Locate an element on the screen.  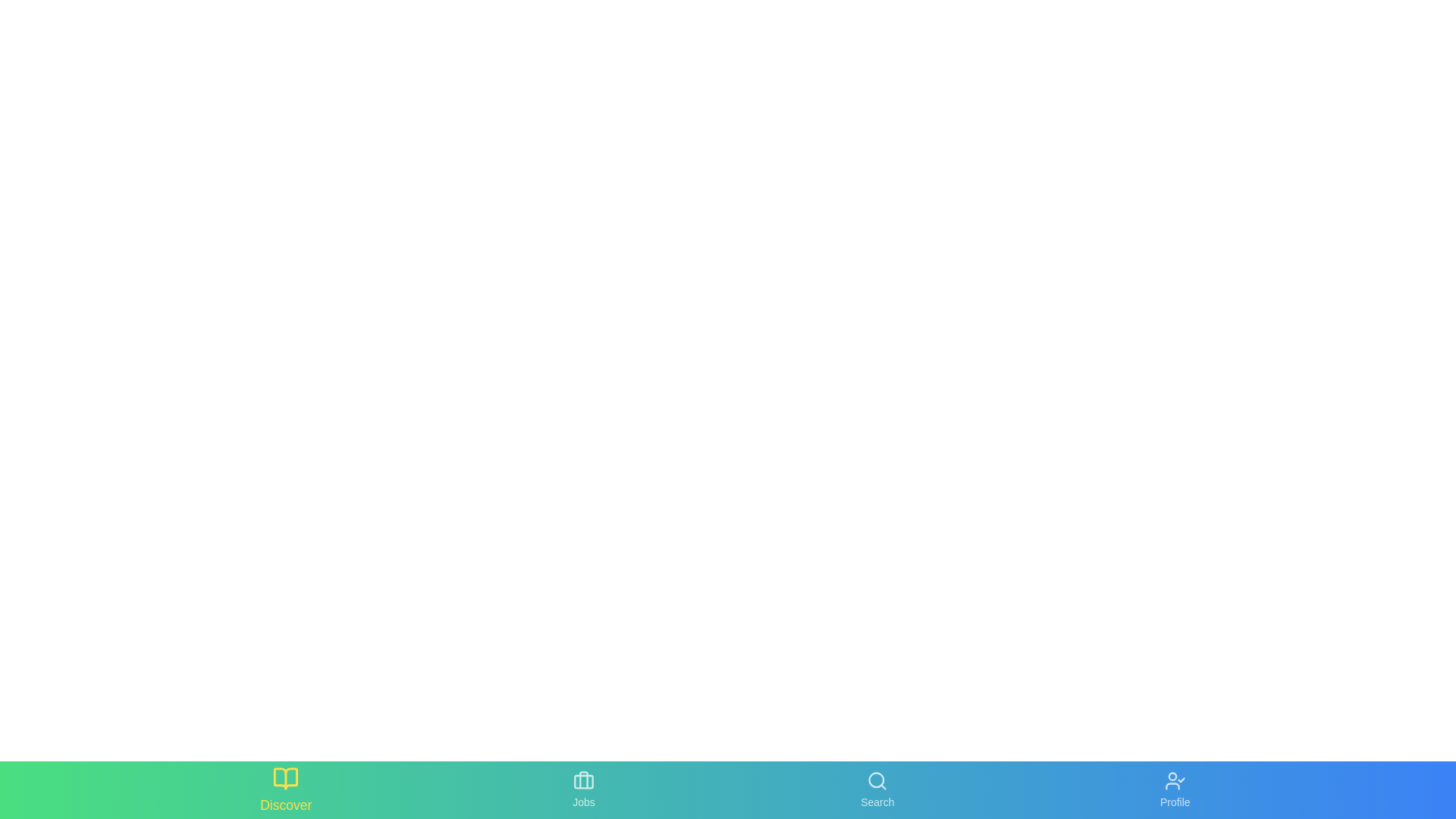
'Jobs' button to activate the 'Jobs' section is located at coordinates (582, 789).